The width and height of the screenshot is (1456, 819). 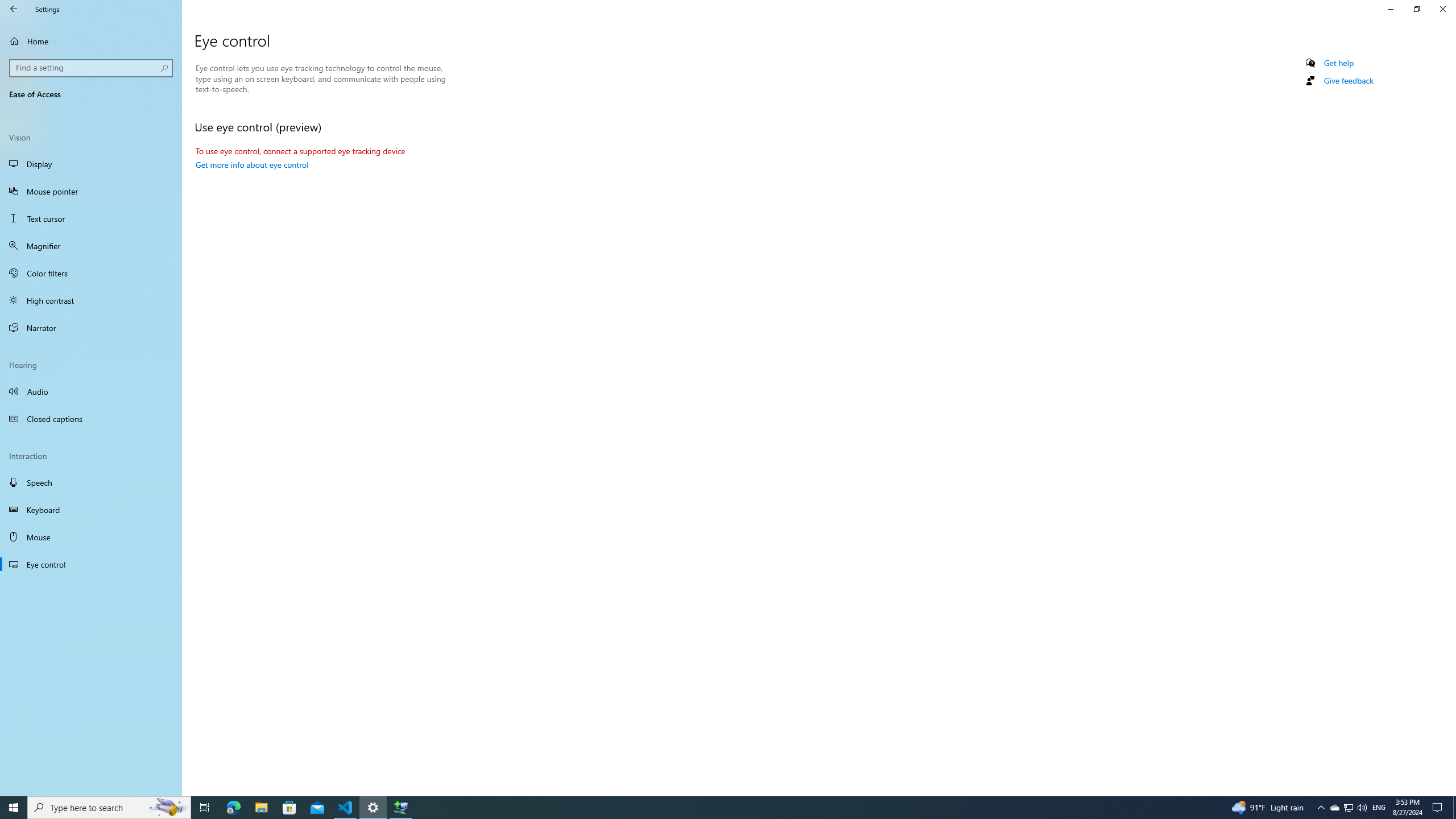 I want to click on 'Settings - 1 running window', so click(x=373, y=806).